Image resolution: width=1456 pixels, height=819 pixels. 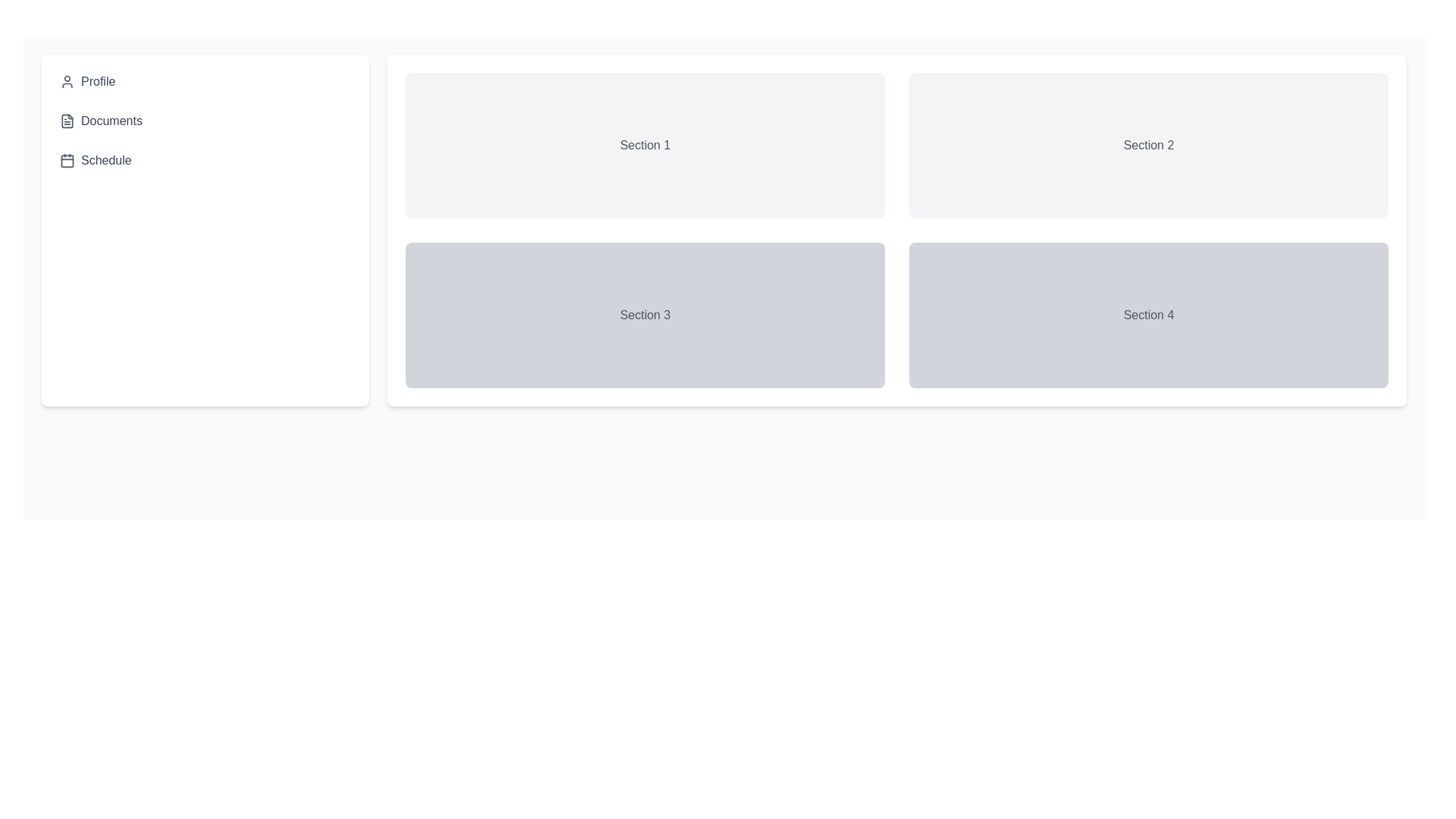 What do you see at coordinates (111, 120) in the screenshot?
I see `the 'Documents' text label` at bounding box center [111, 120].